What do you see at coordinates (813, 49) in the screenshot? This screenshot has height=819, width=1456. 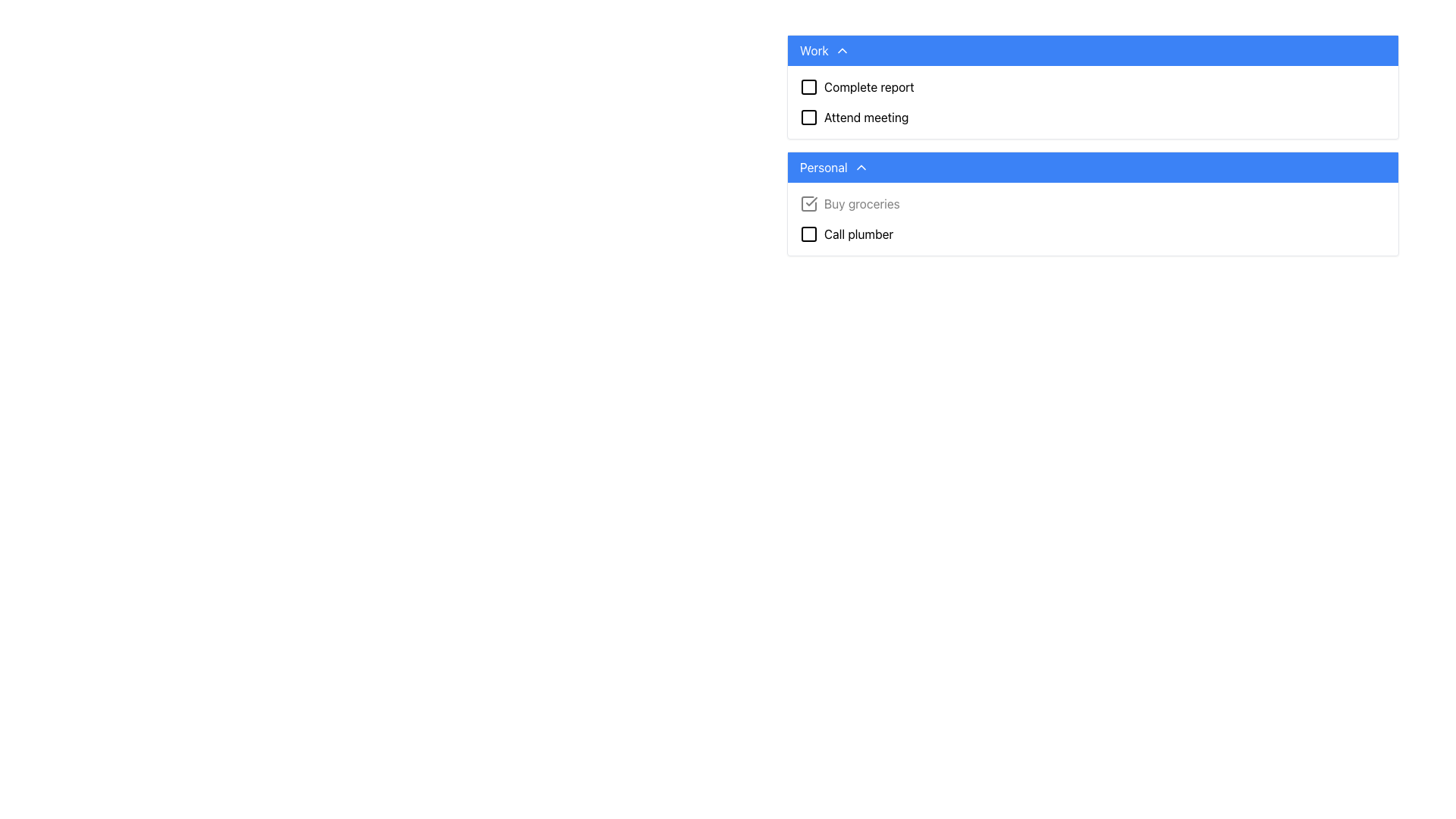 I see `the 'Work' text label with class styling 'mr-2' located in the upper-left corner of the blue header section, positioned before the upward arrow icon` at bounding box center [813, 49].